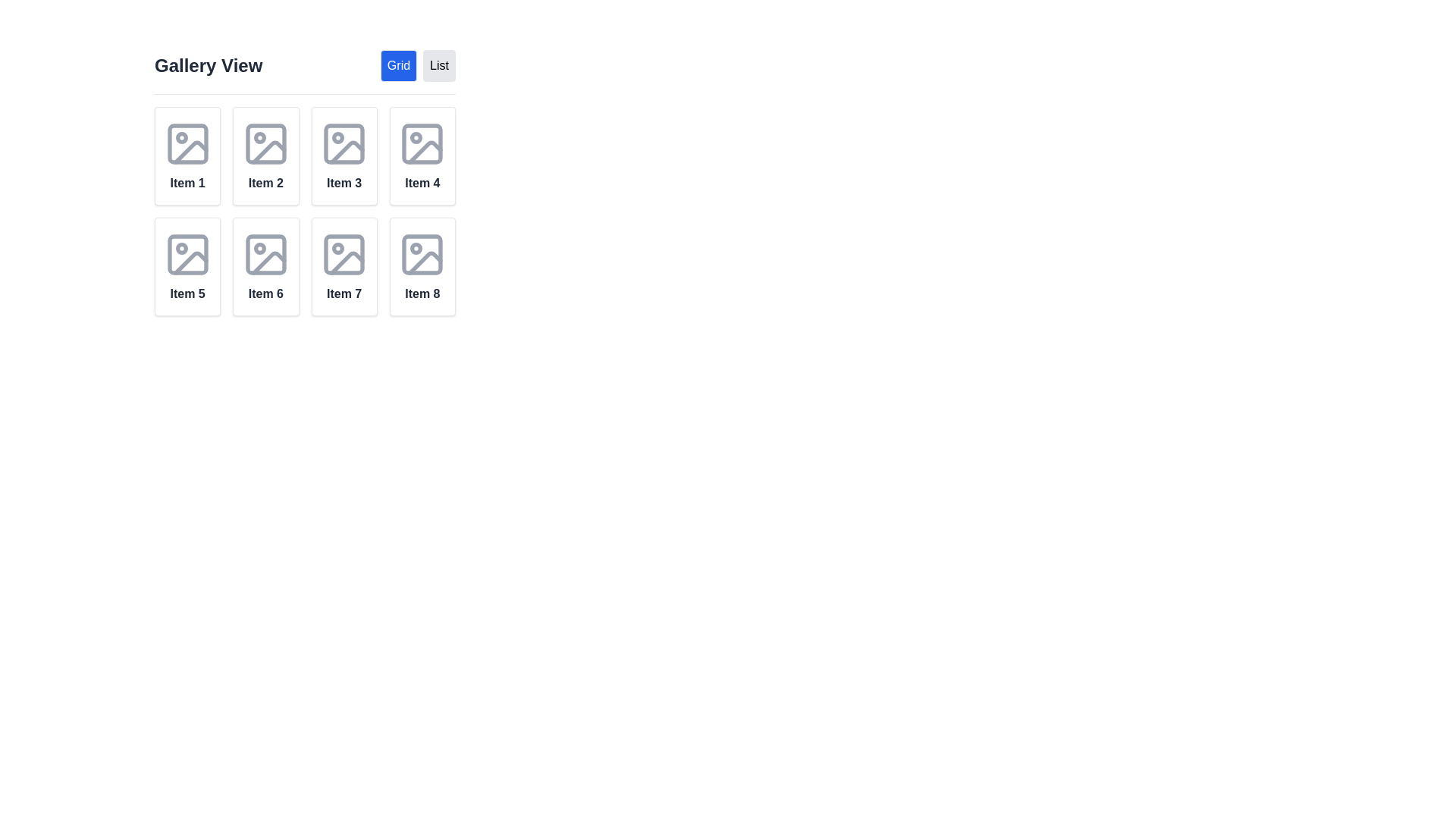 Image resolution: width=1456 pixels, height=819 pixels. Describe the element at coordinates (422, 265) in the screenshot. I see `the card component with a white background, rounded corners, shadow effect, and the text 'Item 8' in bold font, located in the bottom-right corner of the grid` at that location.